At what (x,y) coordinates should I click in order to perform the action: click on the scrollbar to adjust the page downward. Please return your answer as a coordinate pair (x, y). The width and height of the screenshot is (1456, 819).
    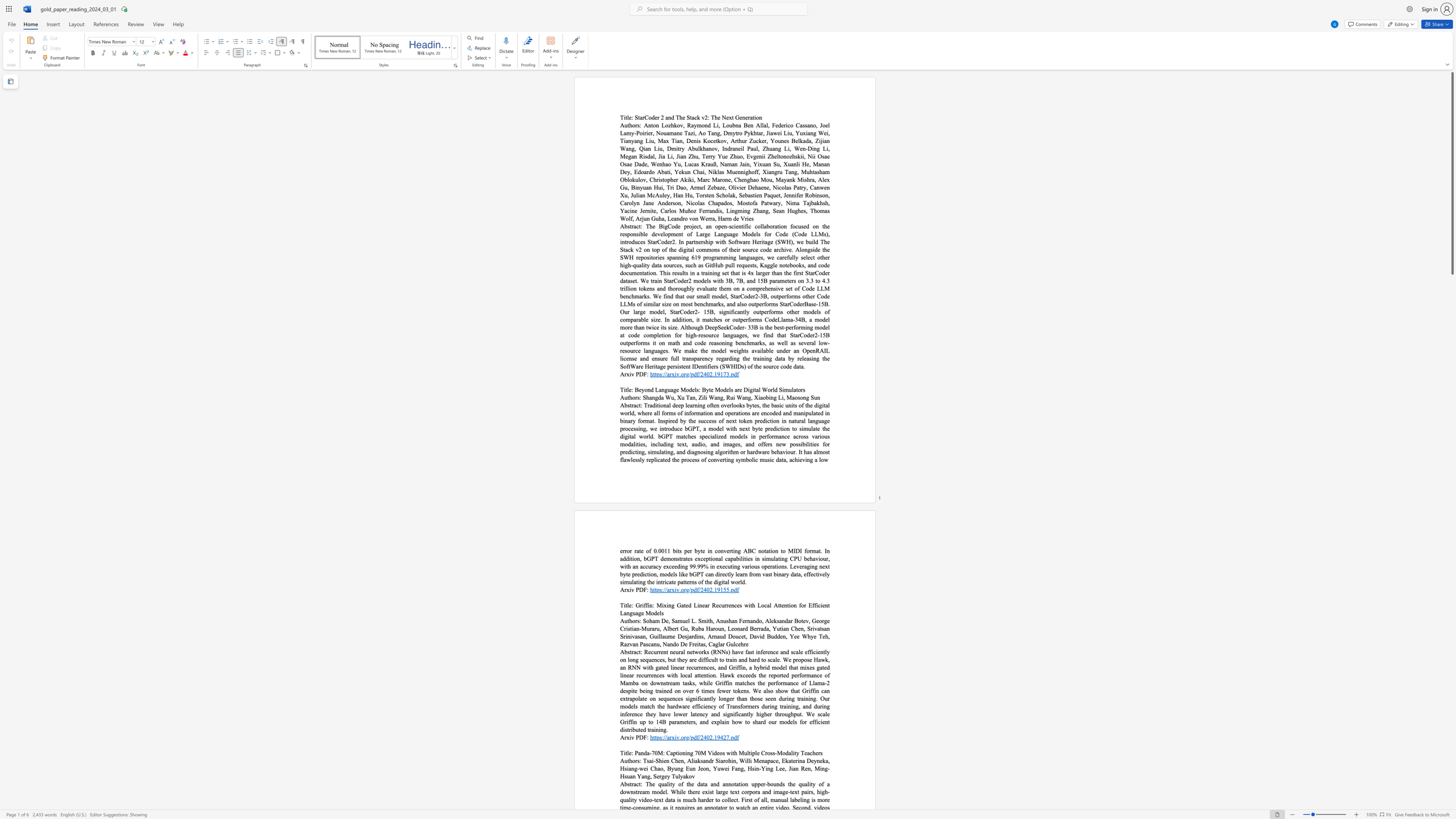
    Looking at the image, I should click on (1451, 621).